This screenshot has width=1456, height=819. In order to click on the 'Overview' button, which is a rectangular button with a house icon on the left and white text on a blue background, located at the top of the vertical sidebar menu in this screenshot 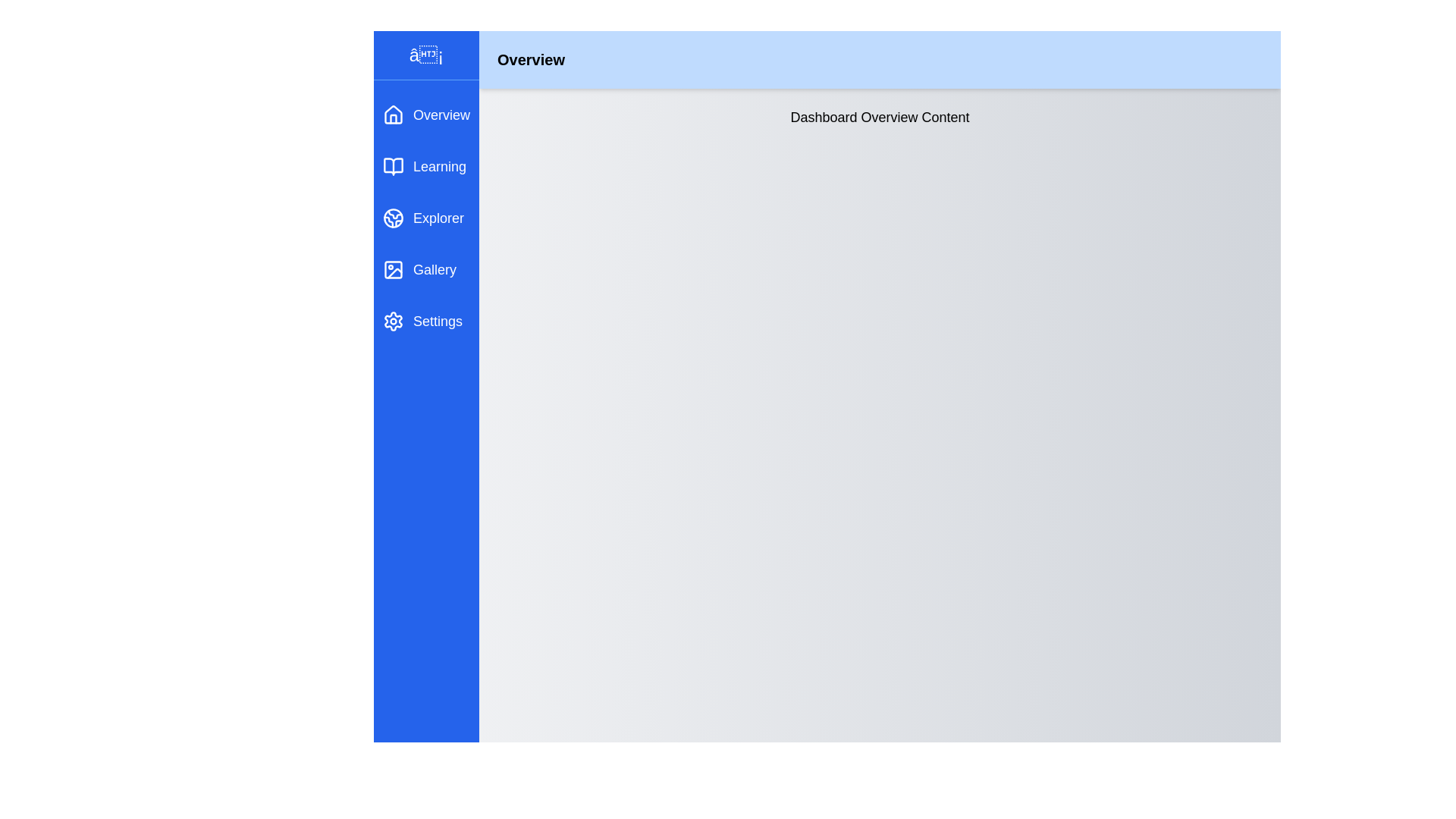, I will do `click(425, 114)`.